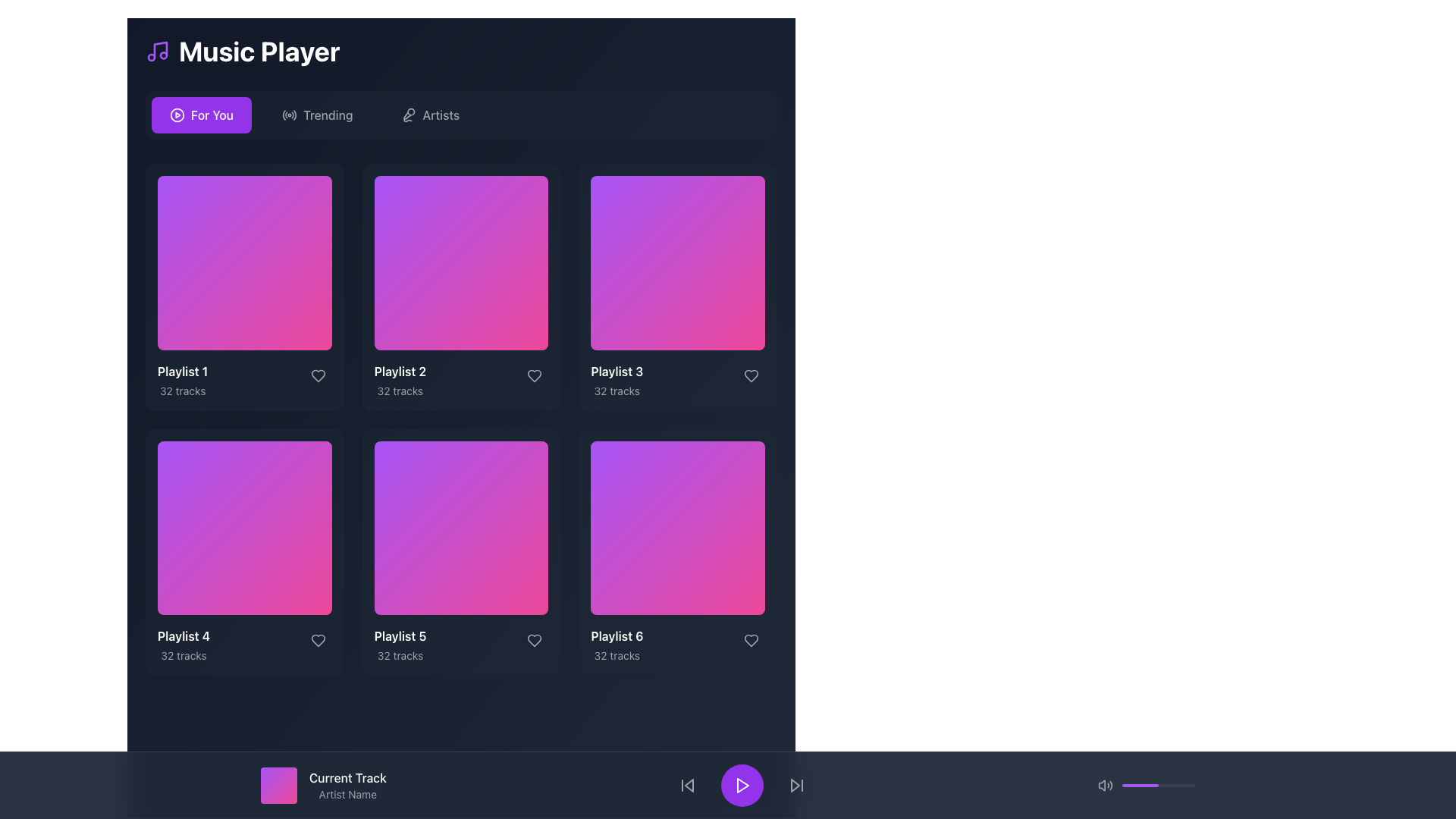  What do you see at coordinates (751, 375) in the screenshot?
I see `the heart-shaped icon in the lower-right corner of 'Playlist 3'` at bounding box center [751, 375].